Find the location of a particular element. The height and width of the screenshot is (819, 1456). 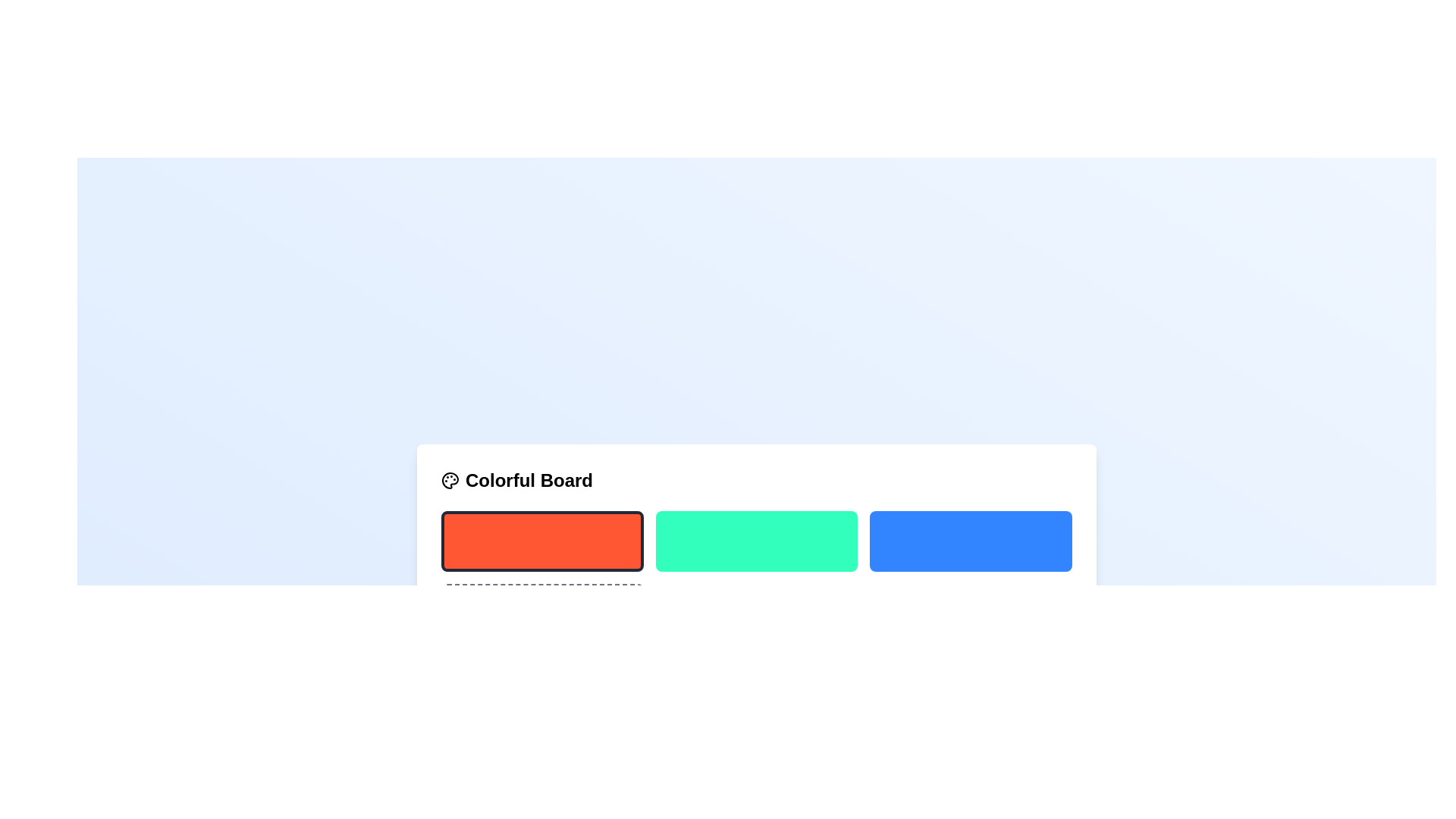

the decorative icon located to the left of the 'Colorful Board' text in the header section is located at coordinates (450, 480).